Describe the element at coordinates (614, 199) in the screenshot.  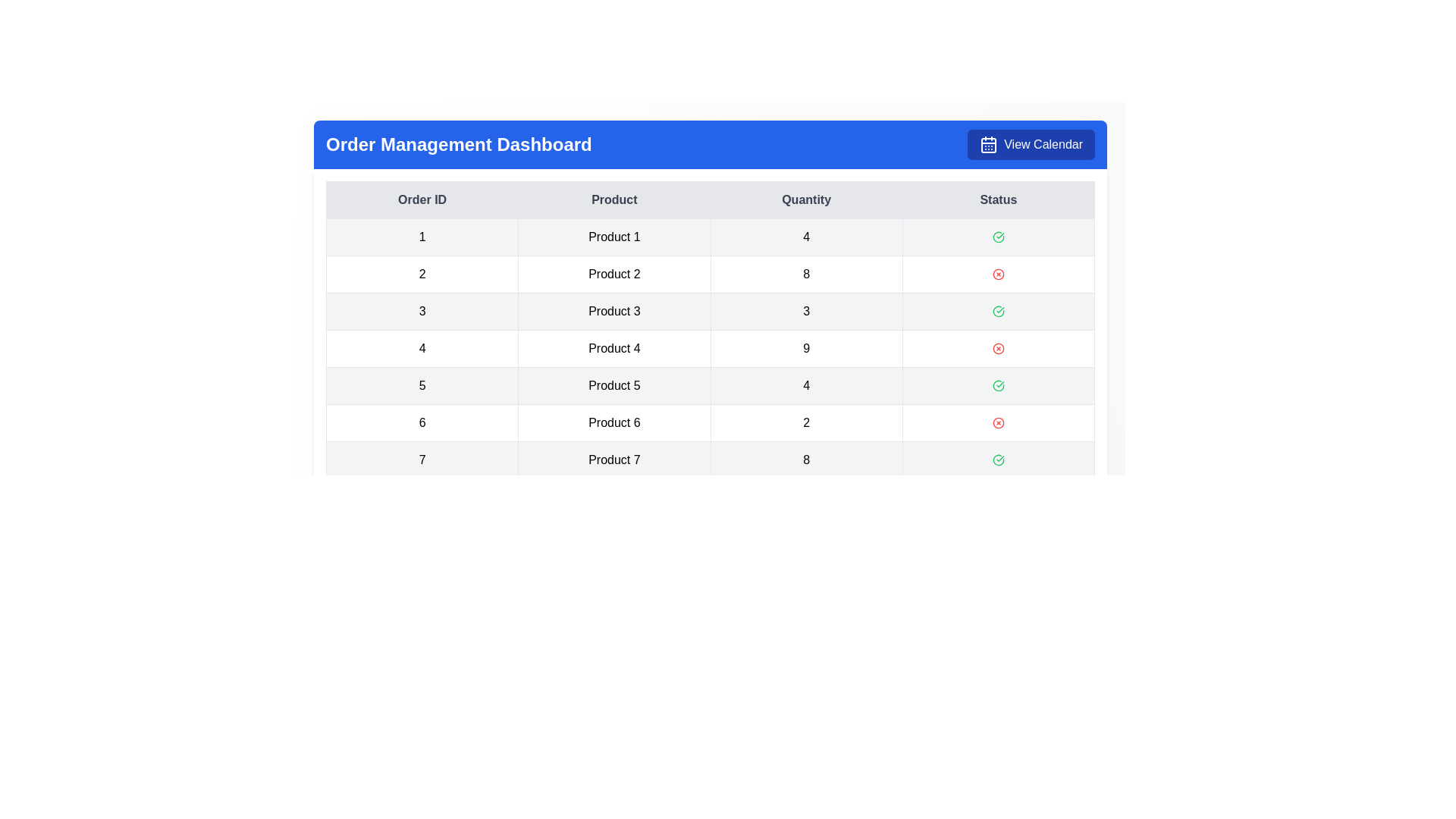
I see `the table header Product to sort or filter the data` at that location.